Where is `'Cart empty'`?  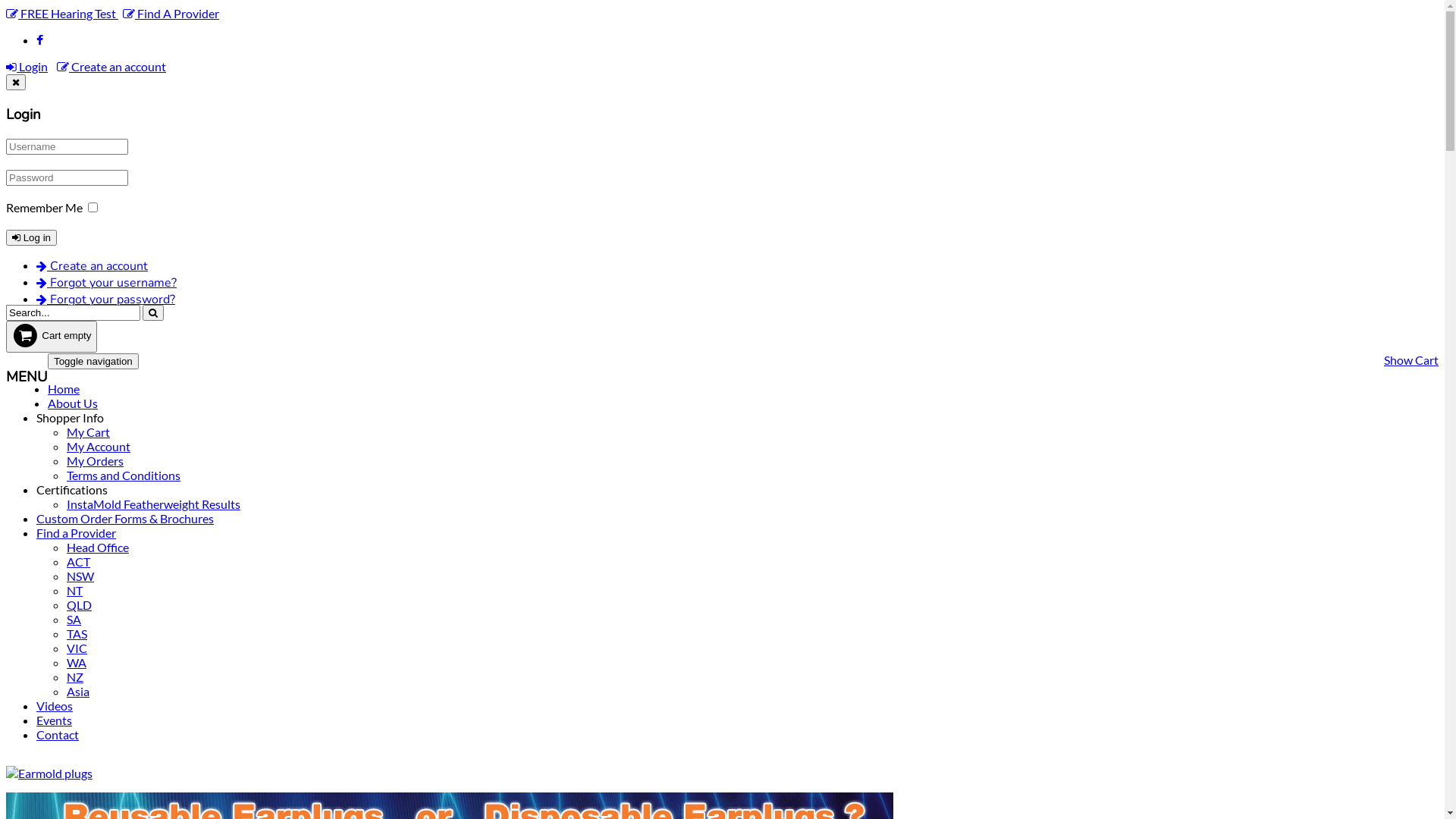 'Cart empty' is located at coordinates (51, 335).